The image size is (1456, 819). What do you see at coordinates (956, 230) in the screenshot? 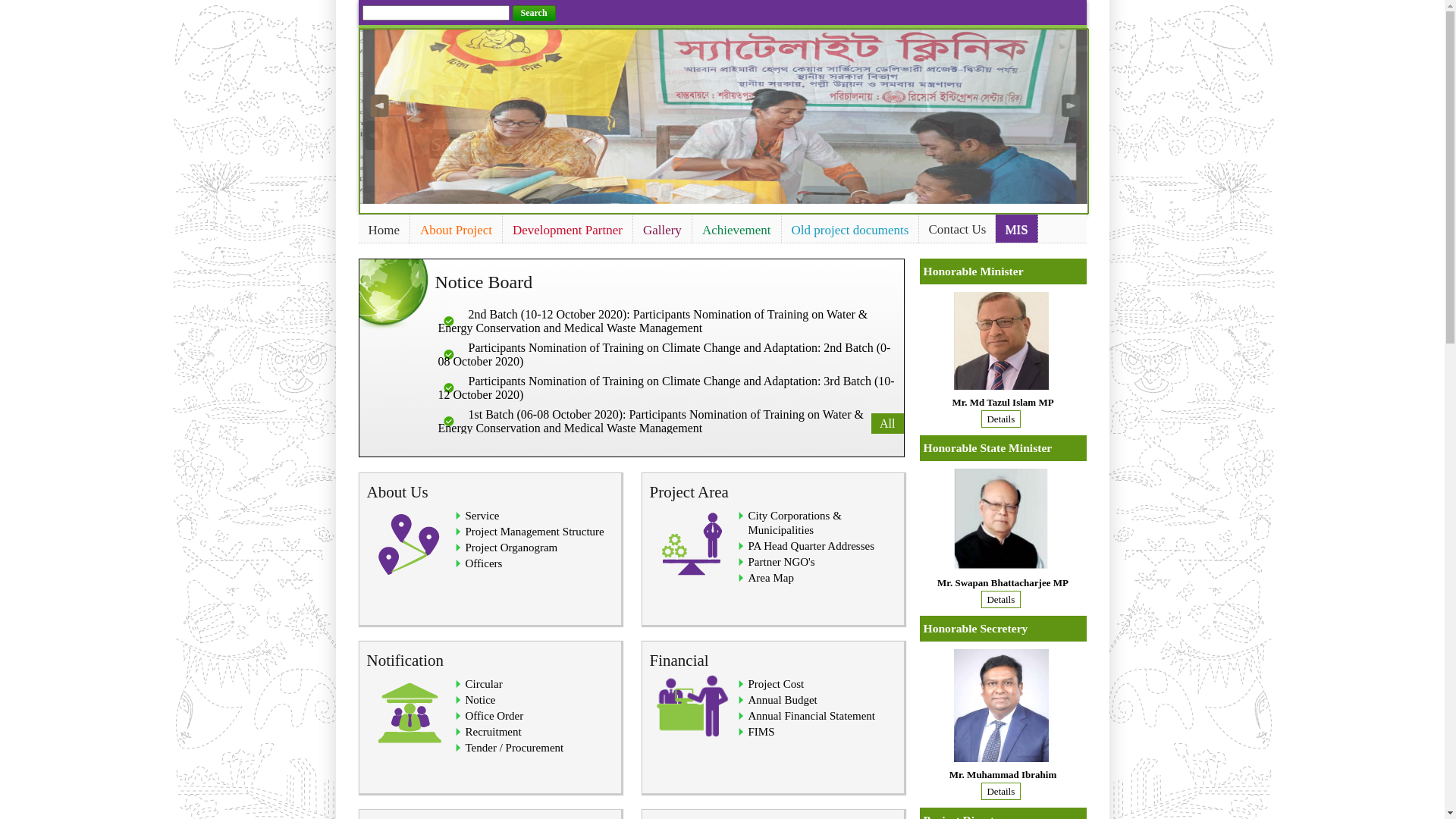
I see `'Contact Us'` at bounding box center [956, 230].